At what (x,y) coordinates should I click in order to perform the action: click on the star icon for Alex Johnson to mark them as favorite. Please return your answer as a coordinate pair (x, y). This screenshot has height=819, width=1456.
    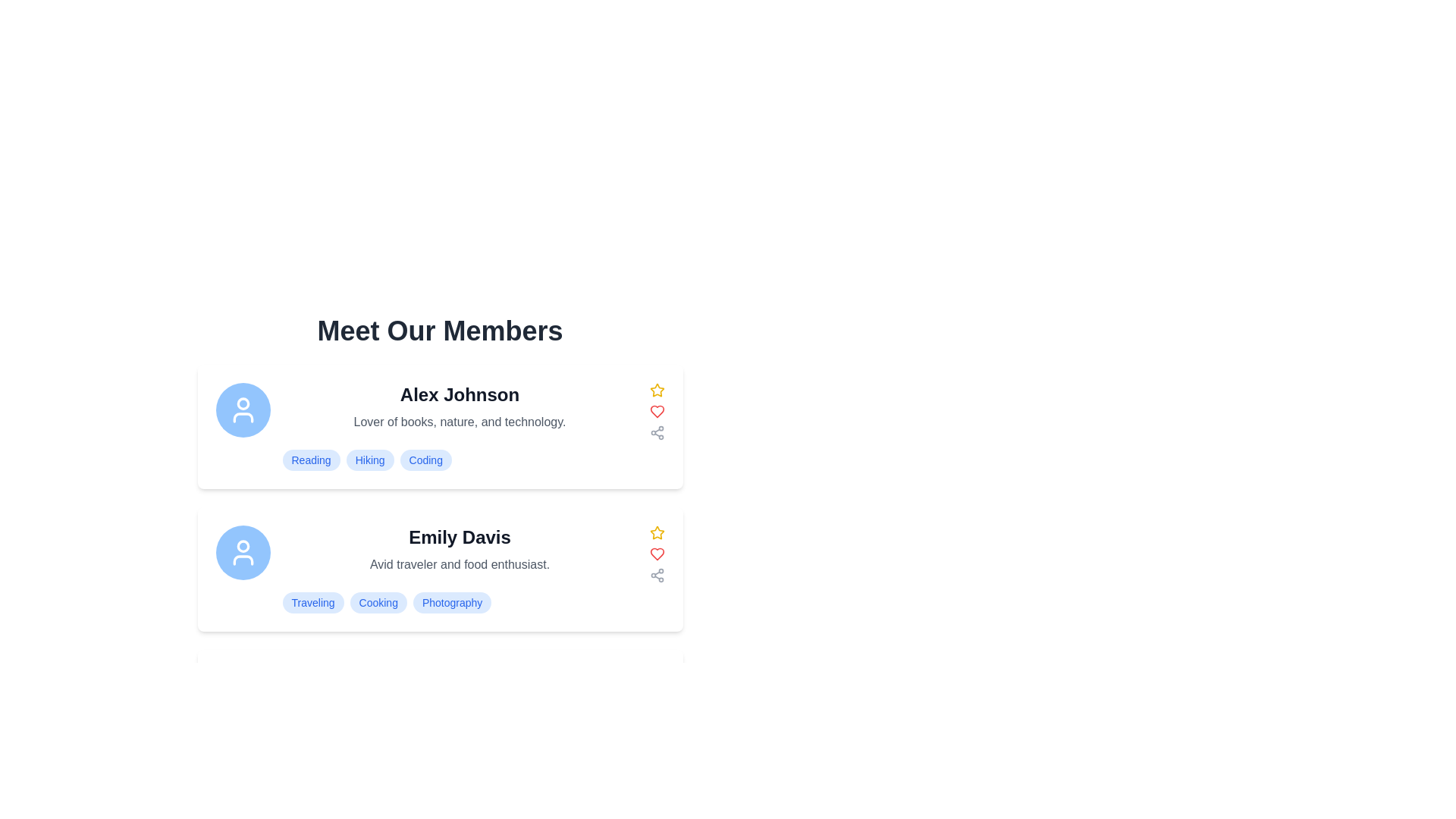
    Looking at the image, I should click on (657, 390).